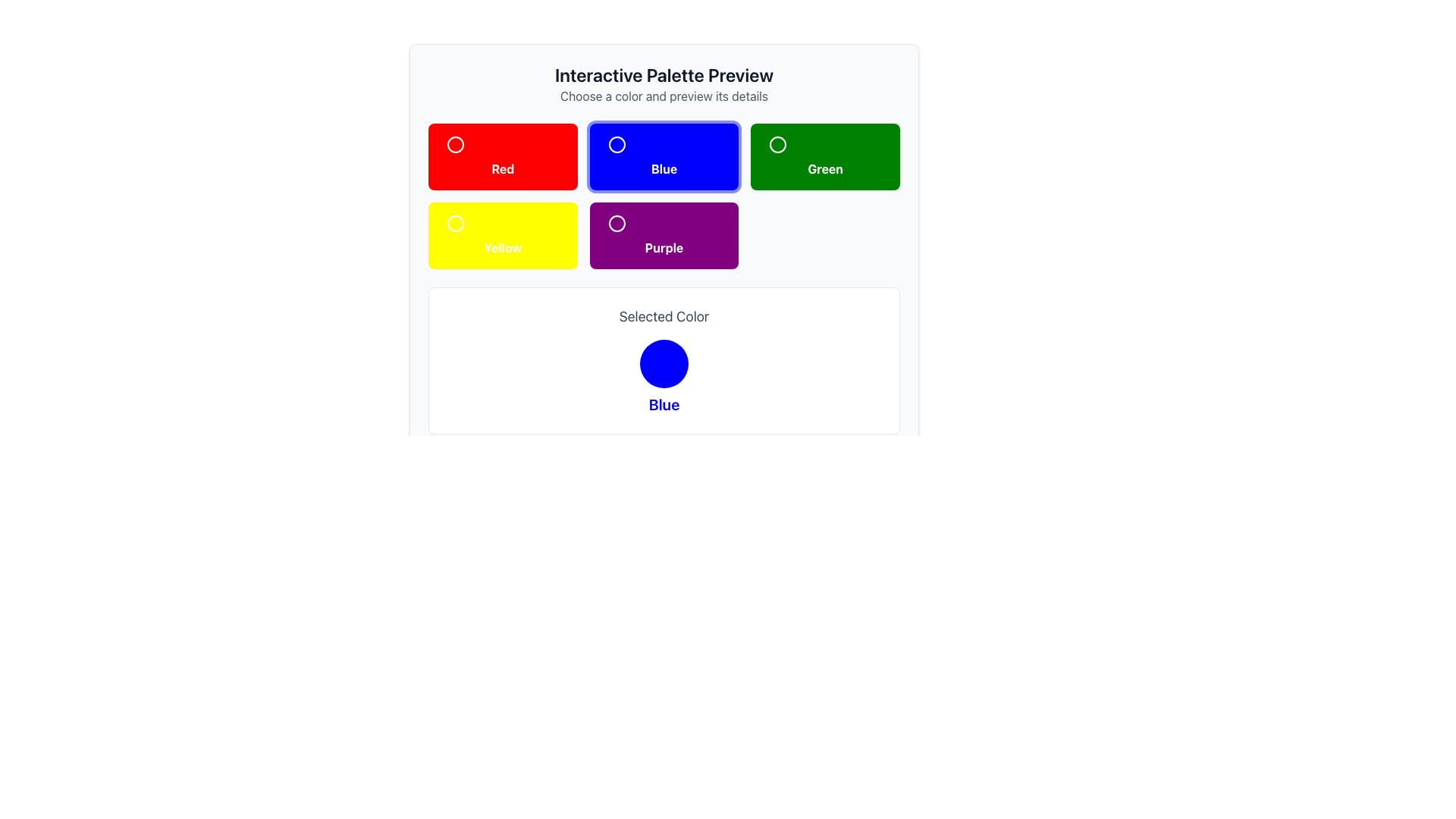  Describe the element at coordinates (664, 169) in the screenshot. I see `text content displayed in bold white font that says 'Blue', located in the blue rectangular button with rounded corners in the middle row of a 2x3 grid layout` at that location.